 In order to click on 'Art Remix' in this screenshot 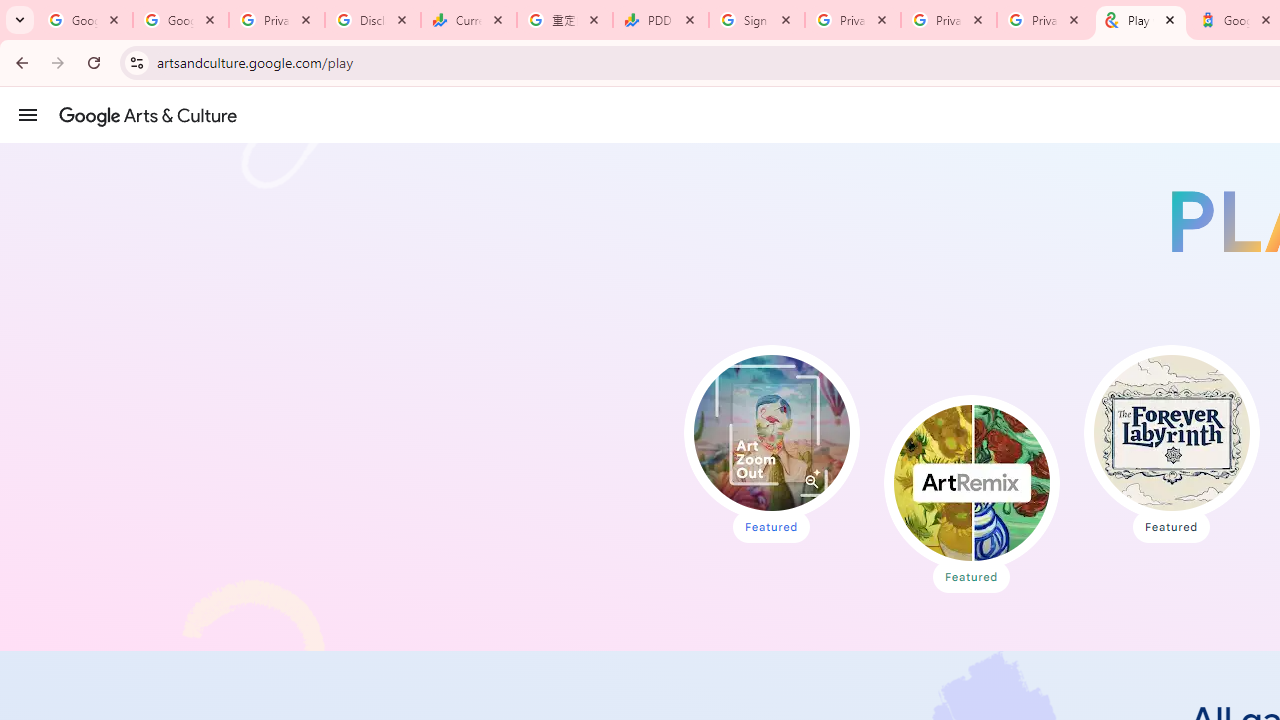, I will do `click(971, 483)`.